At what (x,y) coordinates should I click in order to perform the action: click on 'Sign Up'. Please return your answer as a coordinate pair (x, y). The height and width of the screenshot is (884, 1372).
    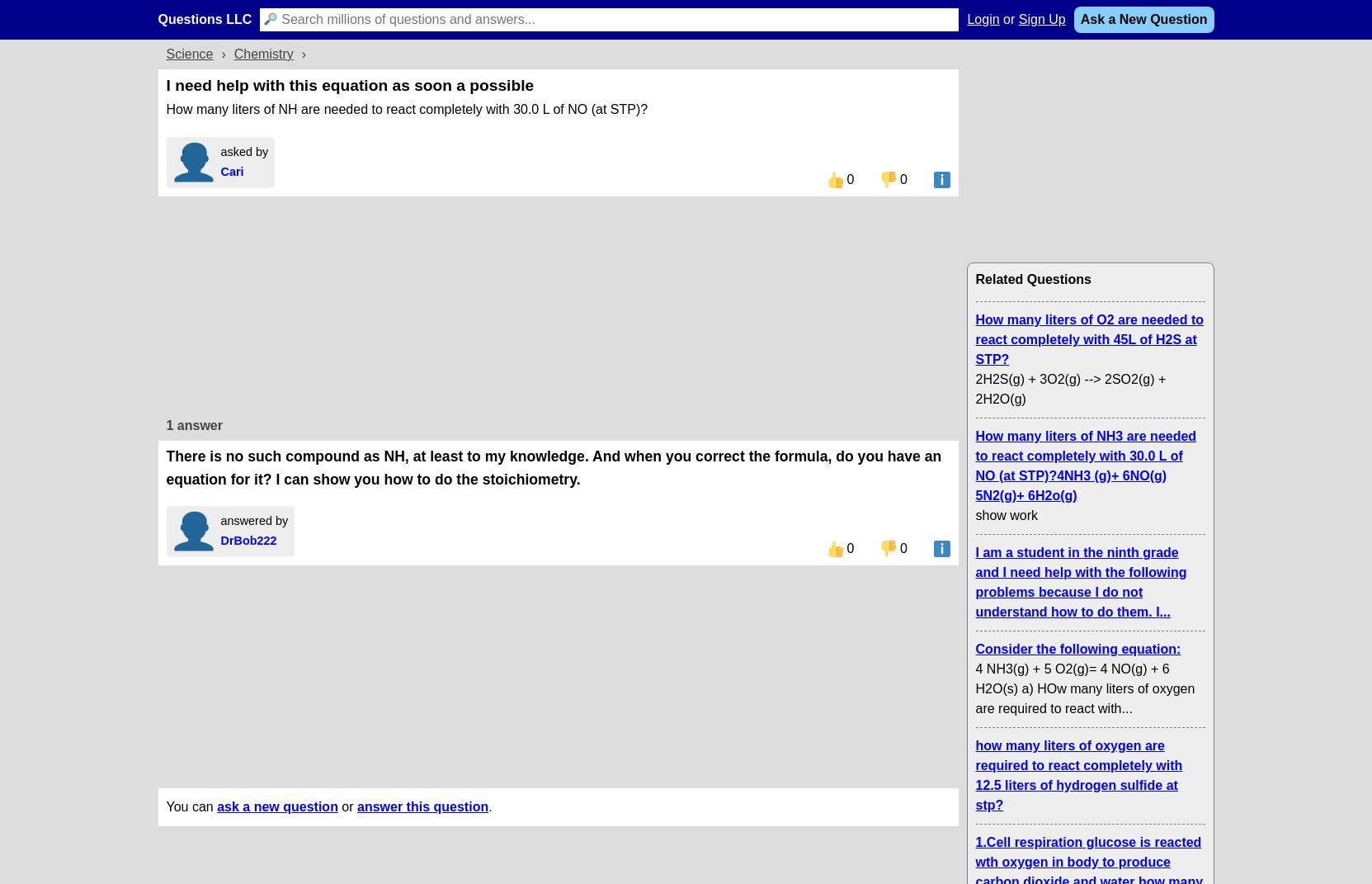
    Looking at the image, I should click on (1040, 18).